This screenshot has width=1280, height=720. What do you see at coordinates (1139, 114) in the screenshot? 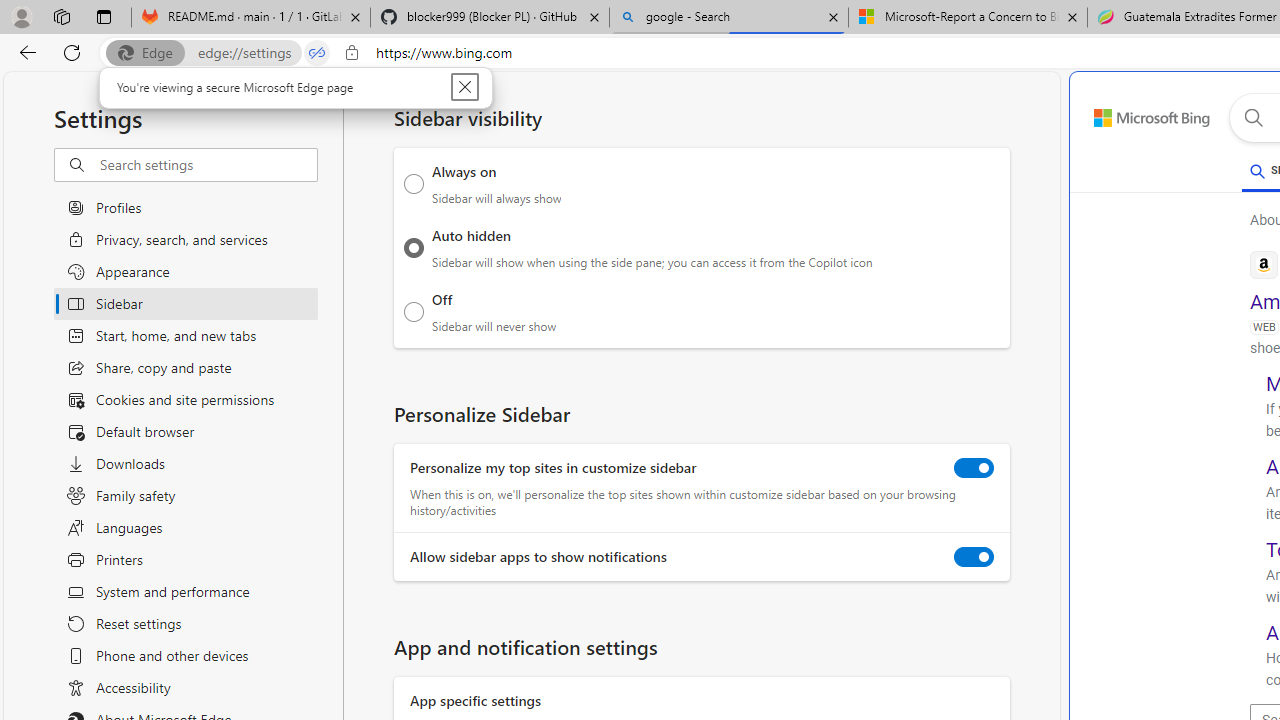
I see `'Back to Bing search'` at bounding box center [1139, 114].